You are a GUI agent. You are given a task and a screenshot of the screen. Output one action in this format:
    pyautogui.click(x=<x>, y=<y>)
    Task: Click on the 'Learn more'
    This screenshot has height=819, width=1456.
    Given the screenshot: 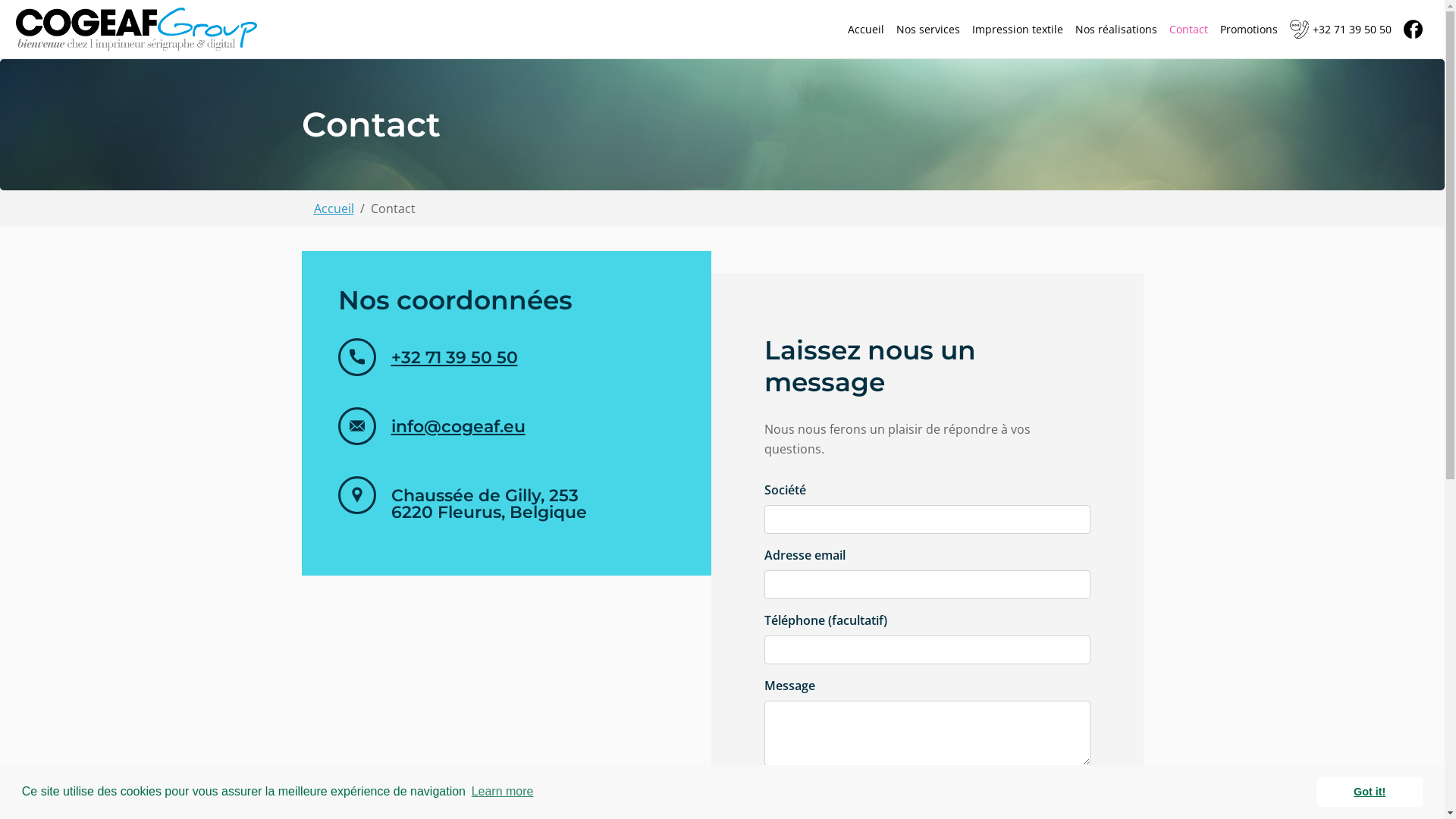 What is the action you would take?
    pyautogui.click(x=468, y=791)
    